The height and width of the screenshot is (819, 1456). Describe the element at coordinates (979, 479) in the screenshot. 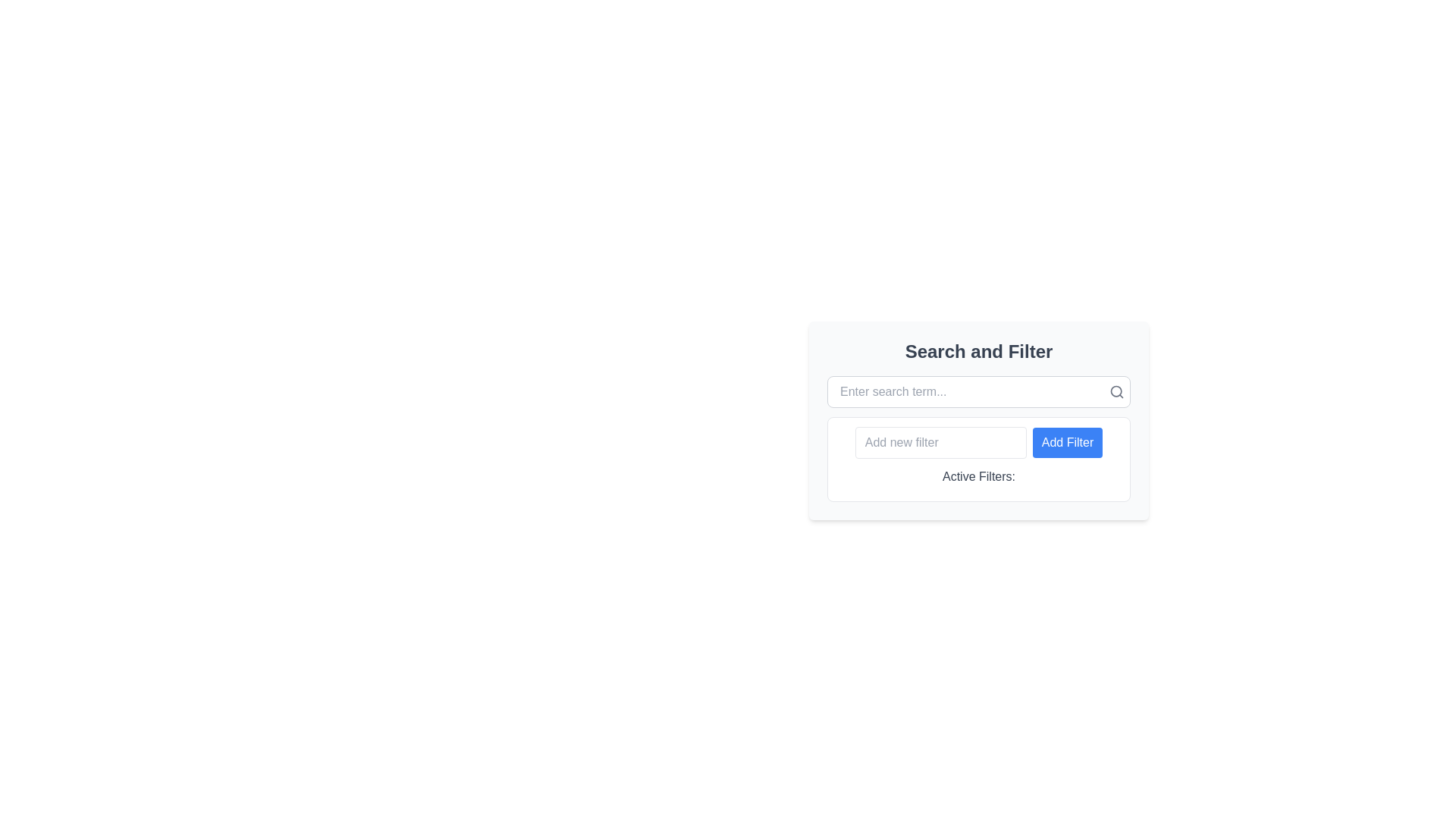

I see `the static text label displaying 'Active Filters:' which is styled with medium-weight gray text and located below the 'Add Filter' button` at that location.